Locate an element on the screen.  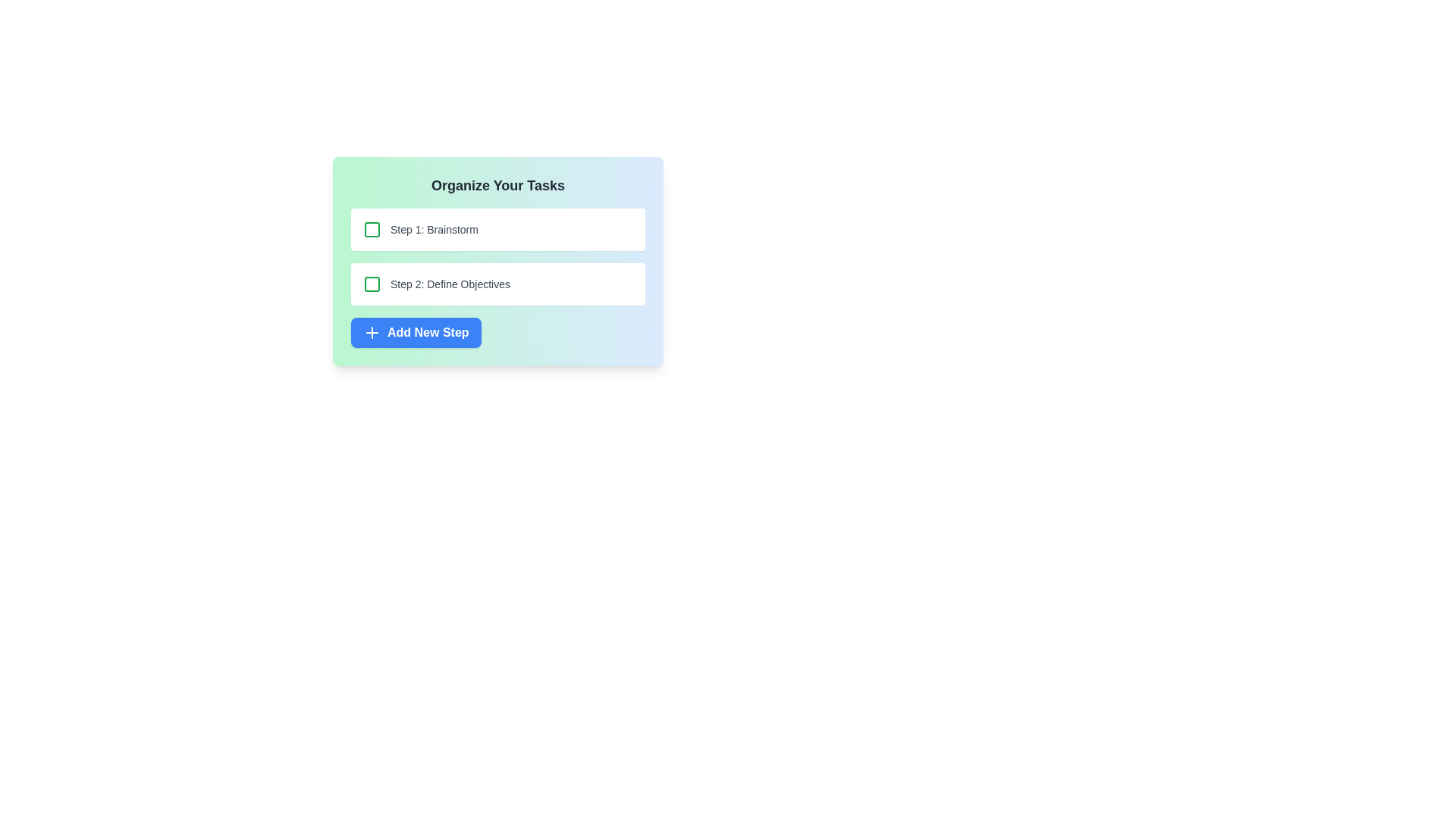
the non-interactive Text display that provides descriptive information about 'Step 1', located to the right of a checkbox is located at coordinates (433, 230).